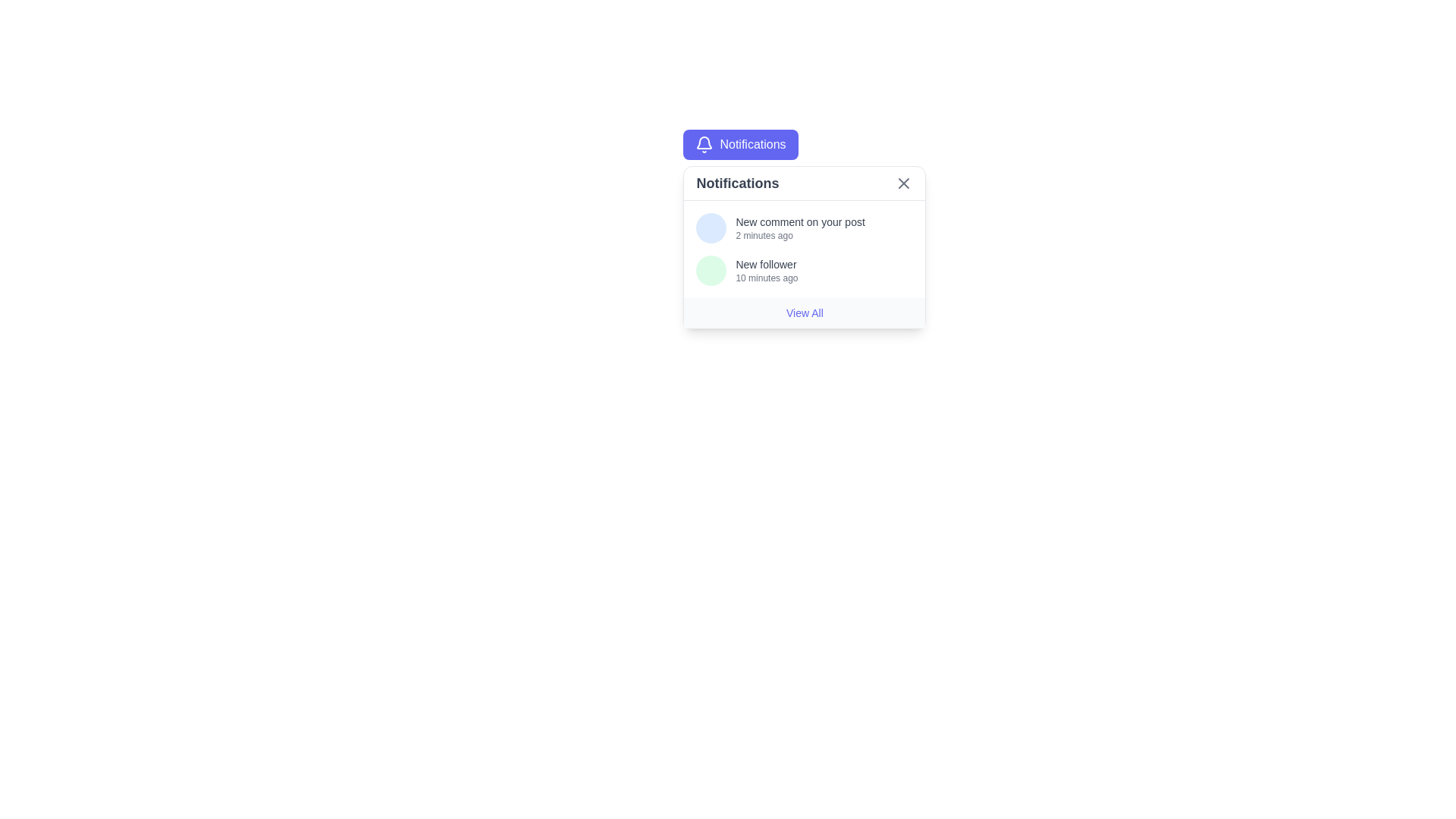 The height and width of the screenshot is (819, 1456). I want to click on the notification entry indicating a new follower that appears, so click(803, 270).